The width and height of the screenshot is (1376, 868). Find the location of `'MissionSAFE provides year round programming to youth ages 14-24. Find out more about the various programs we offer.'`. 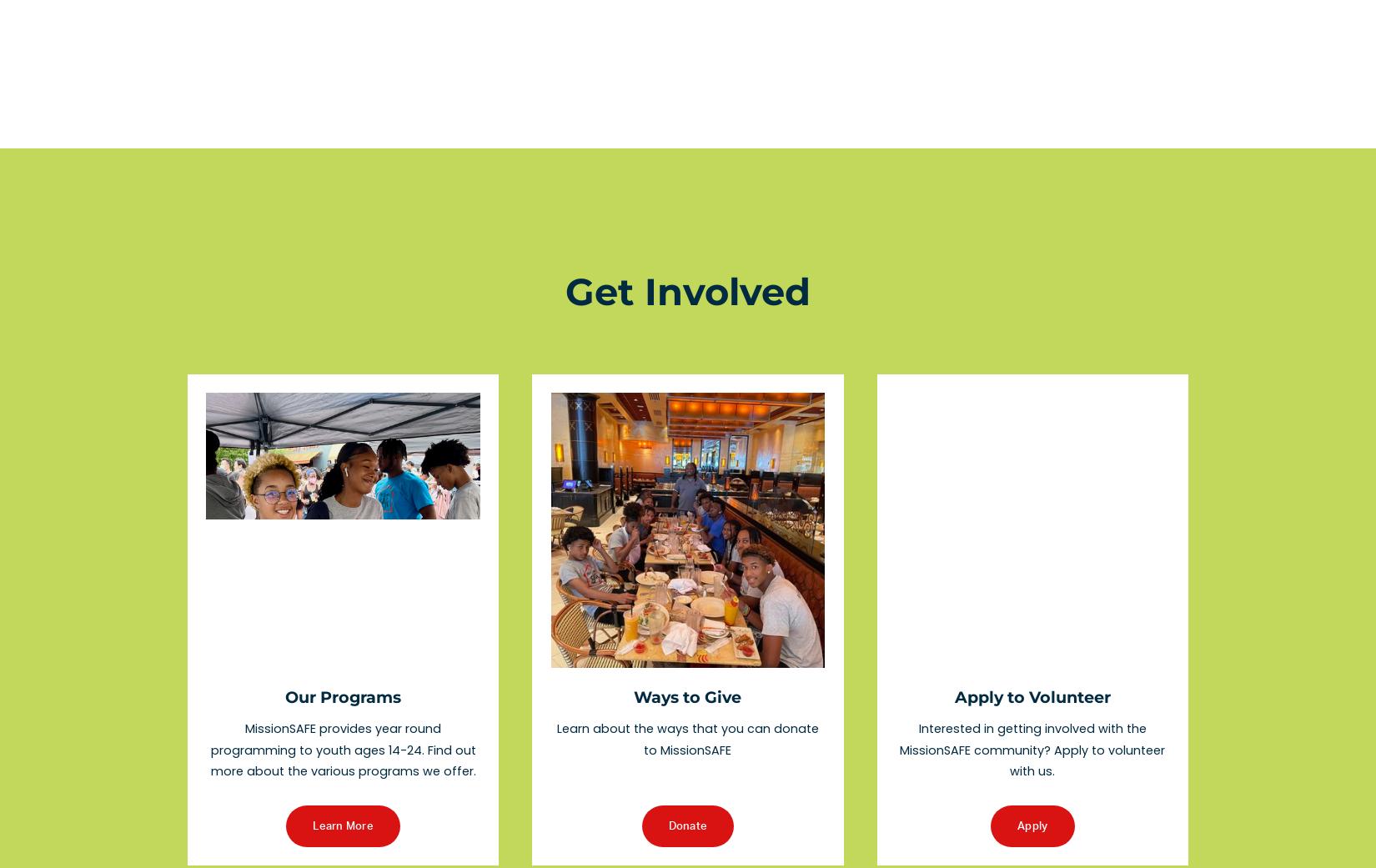

'MissionSAFE provides year round programming to youth ages 14-24. Find out more about the various programs we offer.' is located at coordinates (344, 749).